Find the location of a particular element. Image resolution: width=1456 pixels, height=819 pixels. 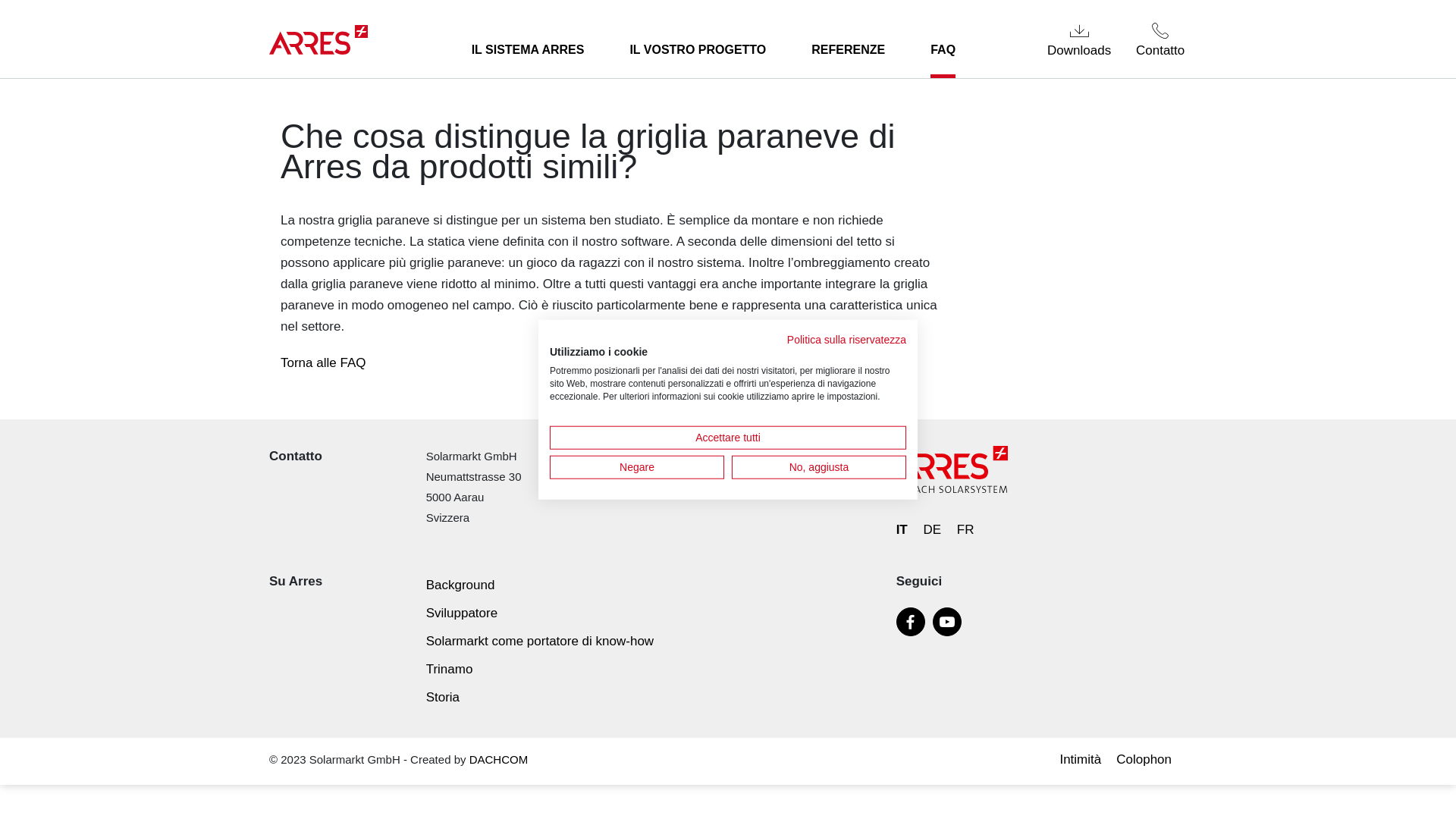

'Downloads' is located at coordinates (1078, 39).